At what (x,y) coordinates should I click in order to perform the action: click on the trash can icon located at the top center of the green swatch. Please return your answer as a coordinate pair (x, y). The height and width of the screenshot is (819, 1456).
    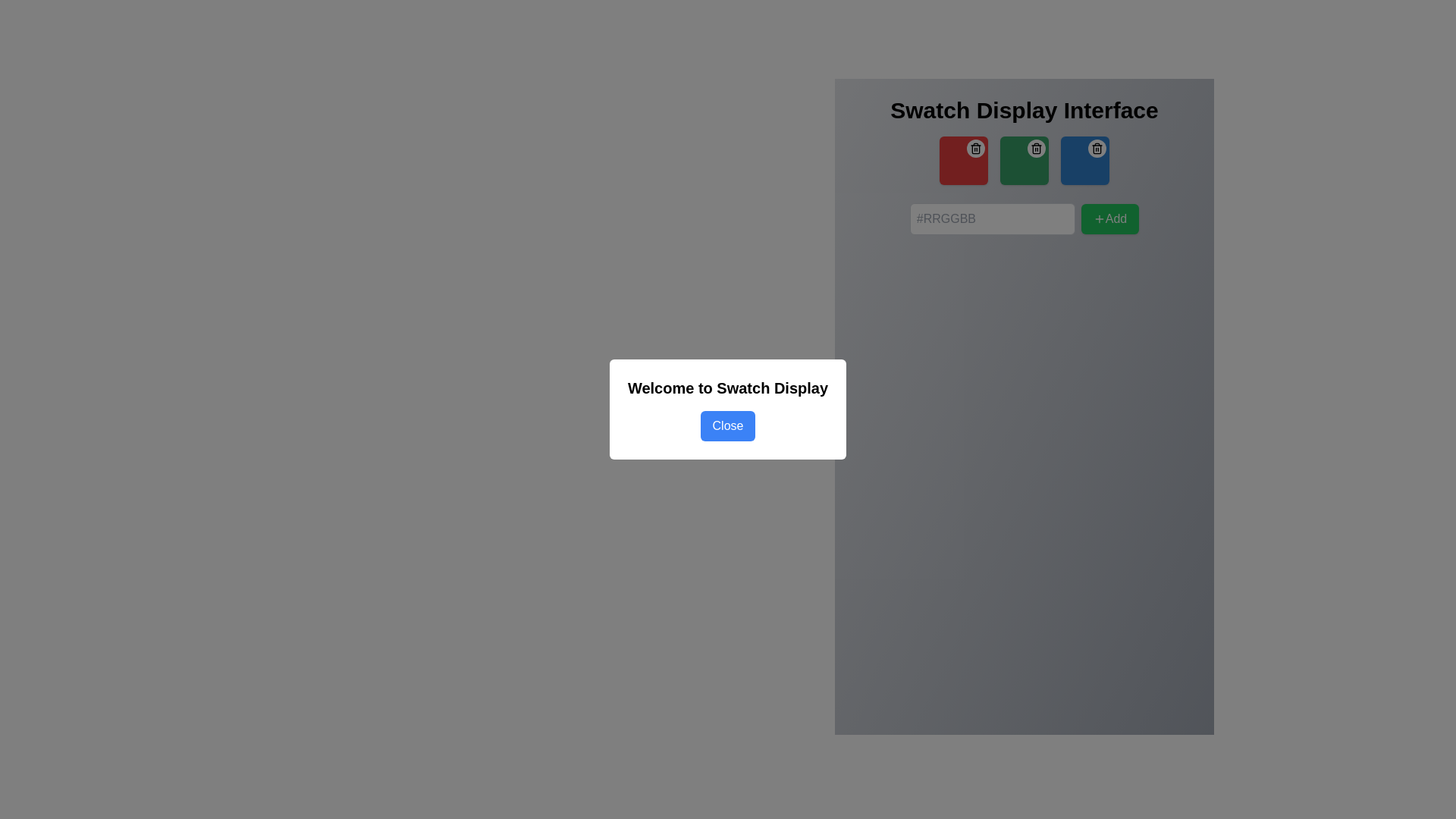
    Looking at the image, I should click on (1036, 149).